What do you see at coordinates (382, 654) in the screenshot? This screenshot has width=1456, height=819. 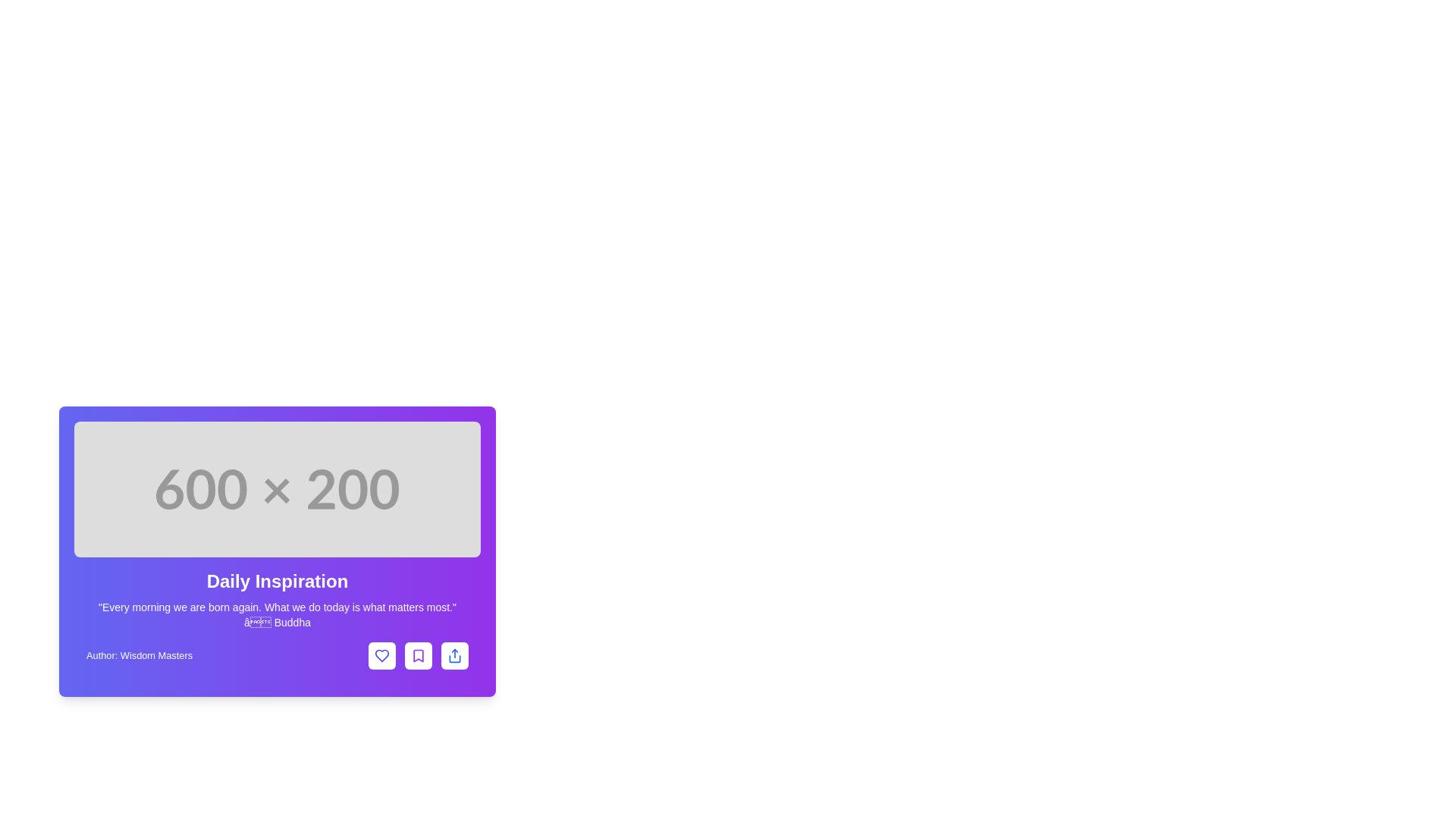 I see `the 'like' or 'favorite' icon located` at bounding box center [382, 654].